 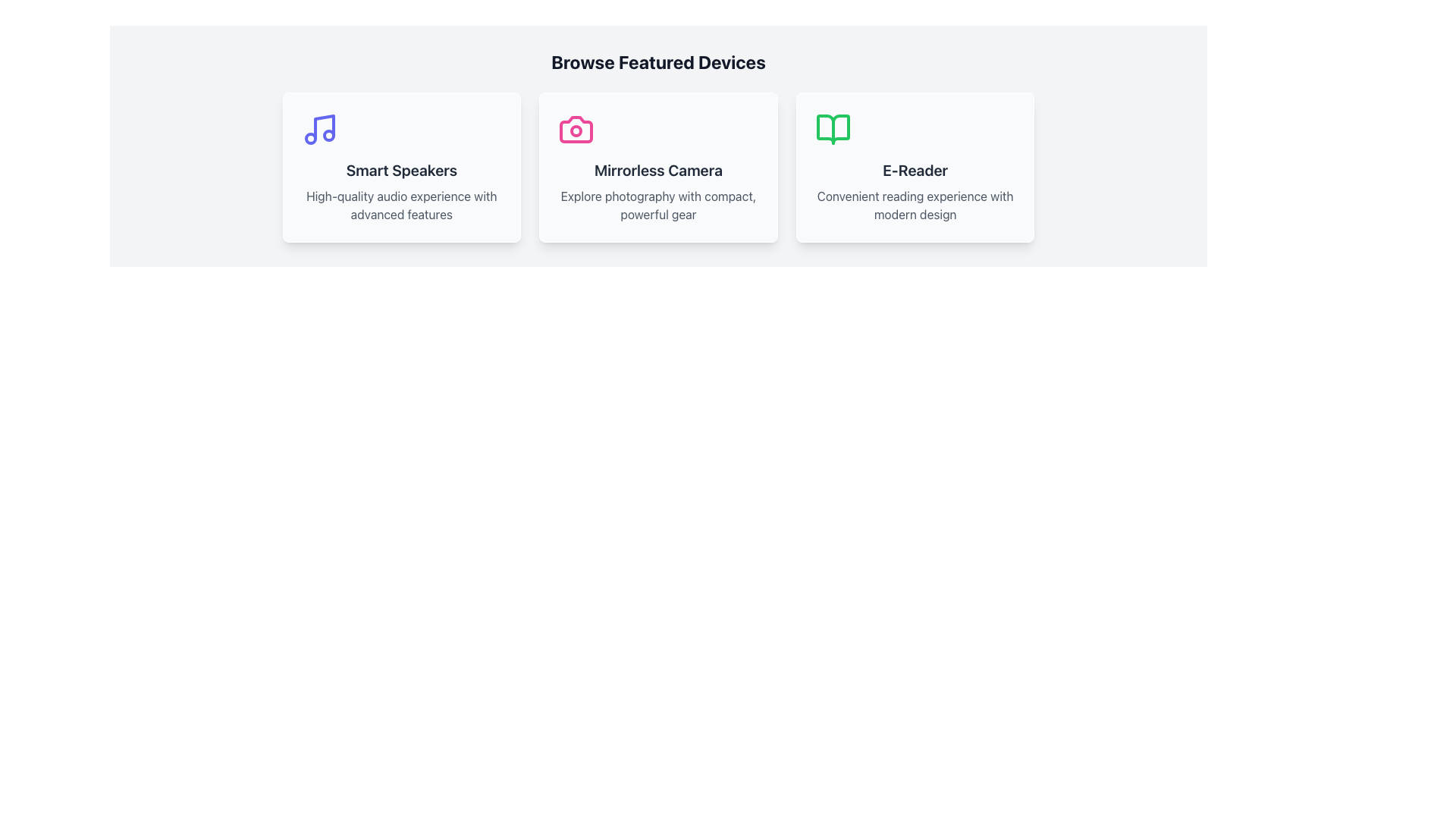 I want to click on the text description that reads 'High-quality audio experience with advanced features.' located beneath the title 'Smart Speakers.', so click(x=401, y=205).